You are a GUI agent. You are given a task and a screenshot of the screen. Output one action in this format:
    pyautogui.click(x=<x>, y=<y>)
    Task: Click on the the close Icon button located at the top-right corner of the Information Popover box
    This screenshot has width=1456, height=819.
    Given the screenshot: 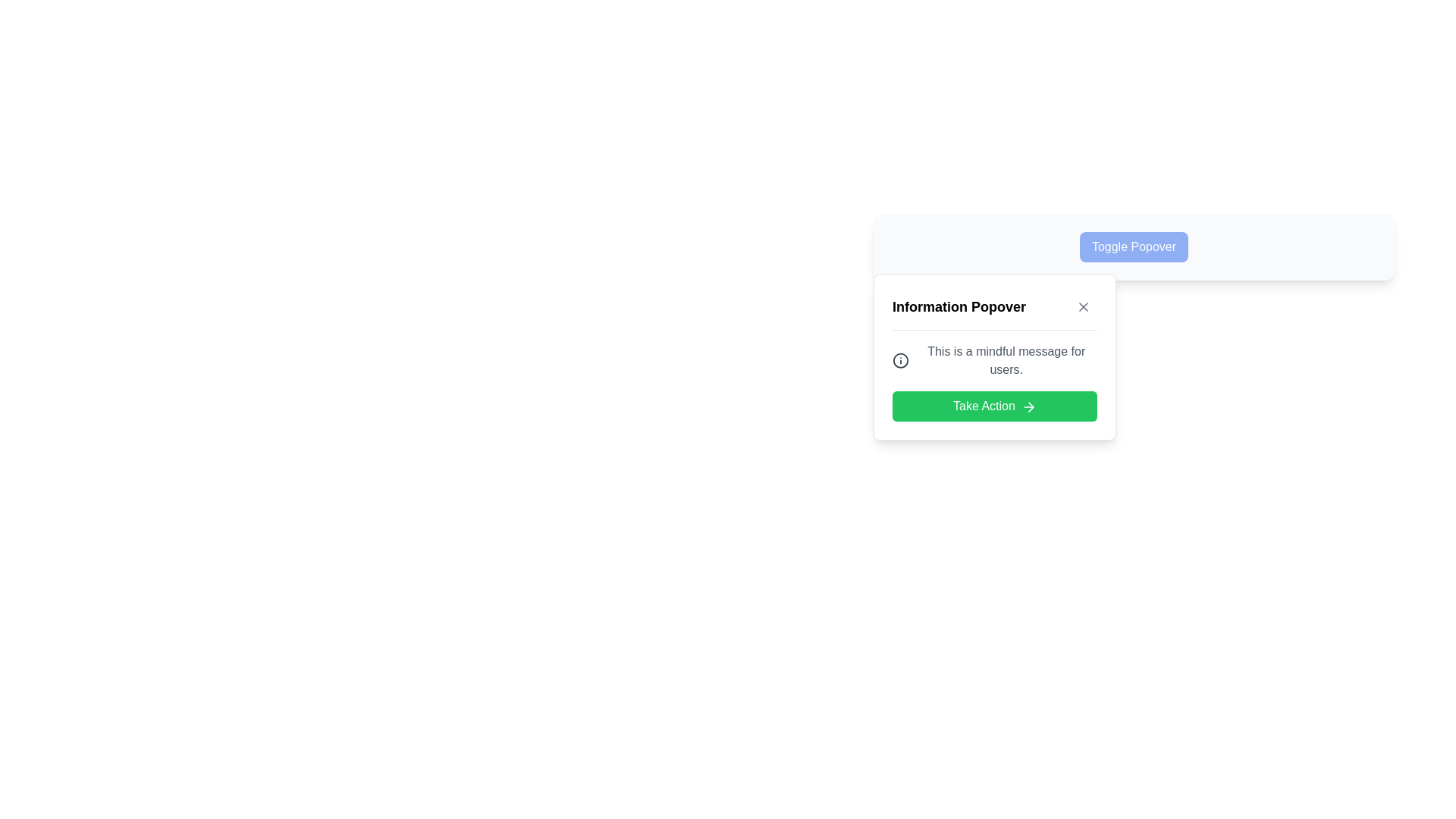 What is the action you would take?
    pyautogui.click(x=1083, y=307)
    